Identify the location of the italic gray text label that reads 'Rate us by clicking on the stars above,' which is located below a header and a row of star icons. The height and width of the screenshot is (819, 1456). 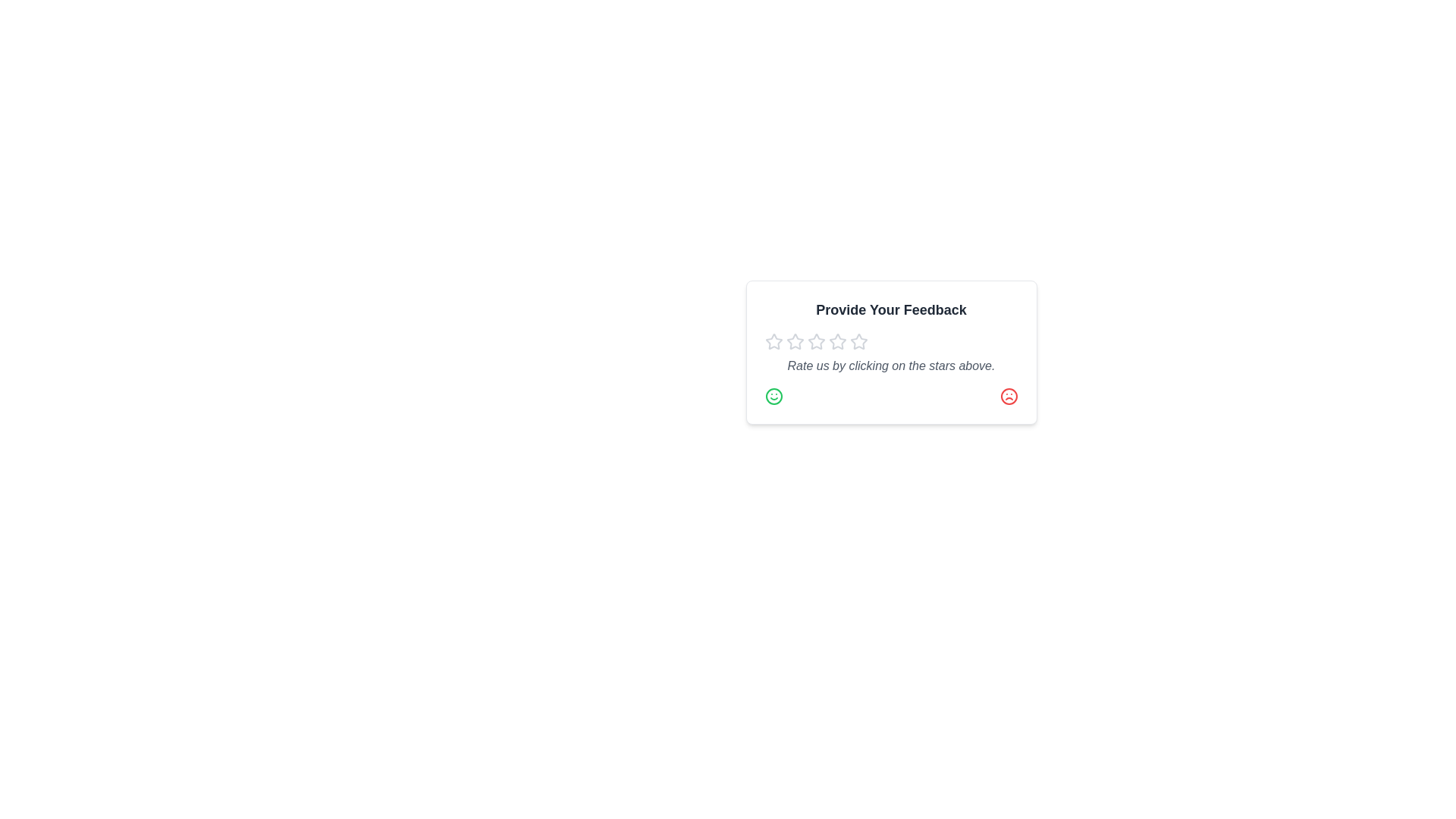
(891, 366).